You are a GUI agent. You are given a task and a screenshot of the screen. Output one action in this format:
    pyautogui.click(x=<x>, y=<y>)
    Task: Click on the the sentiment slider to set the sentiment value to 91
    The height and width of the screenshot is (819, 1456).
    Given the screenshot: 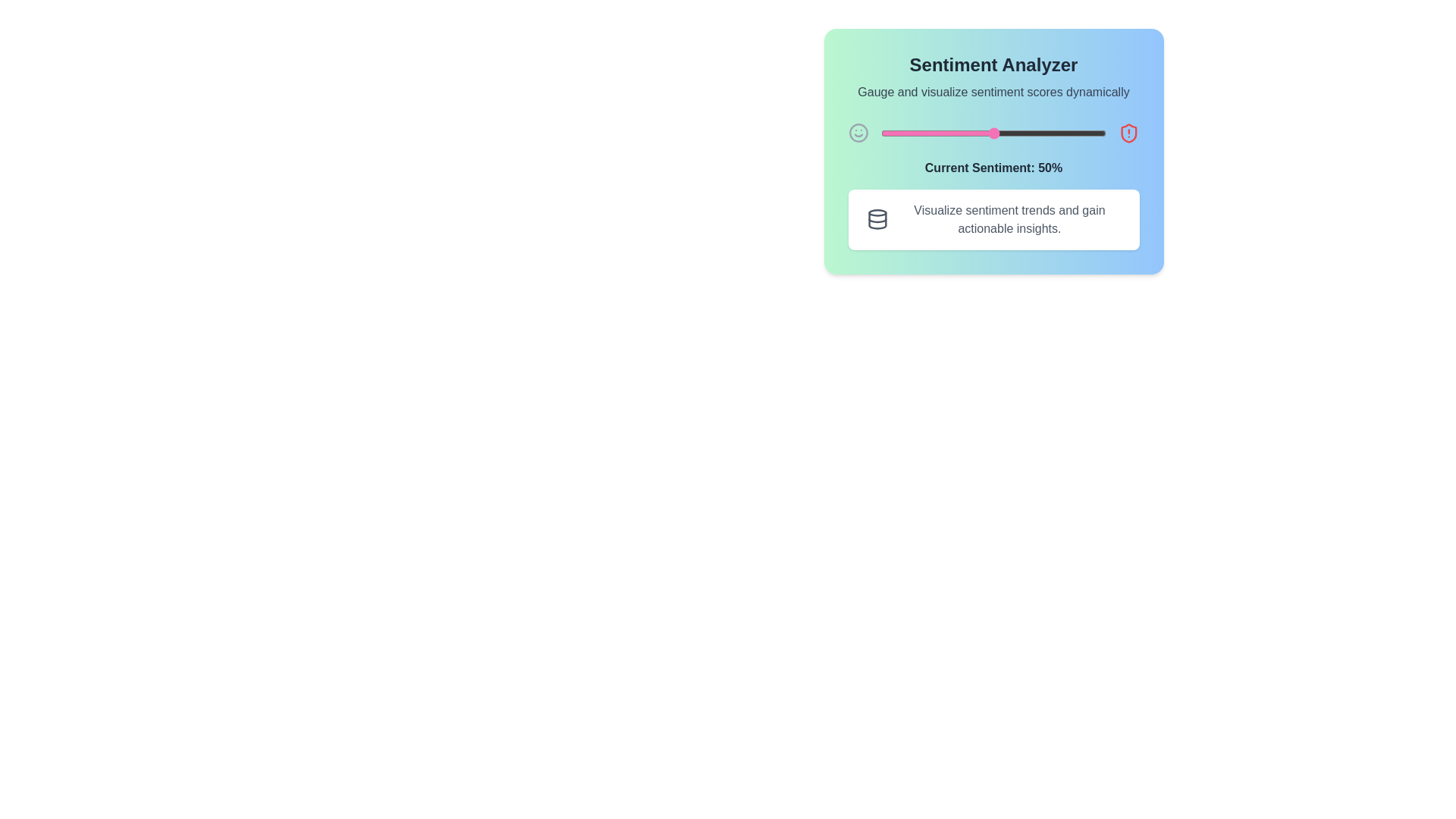 What is the action you would take?
    pyautogui.click(x=1085, y=133)
    